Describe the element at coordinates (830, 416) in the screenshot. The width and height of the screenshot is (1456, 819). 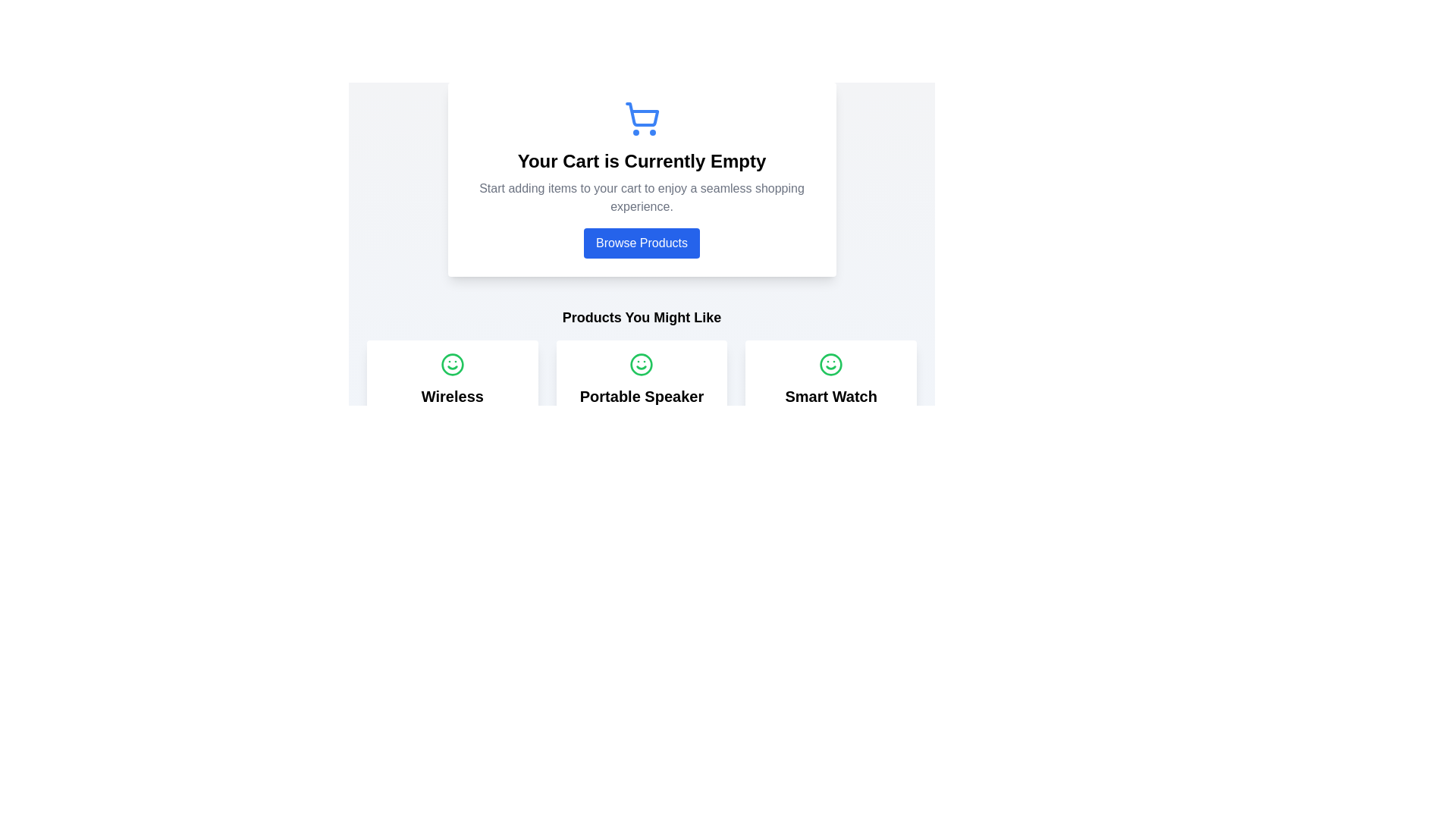
I see `the price tag displaying '$119.99' below the 'Smart Watch' title in the product card` at that location.